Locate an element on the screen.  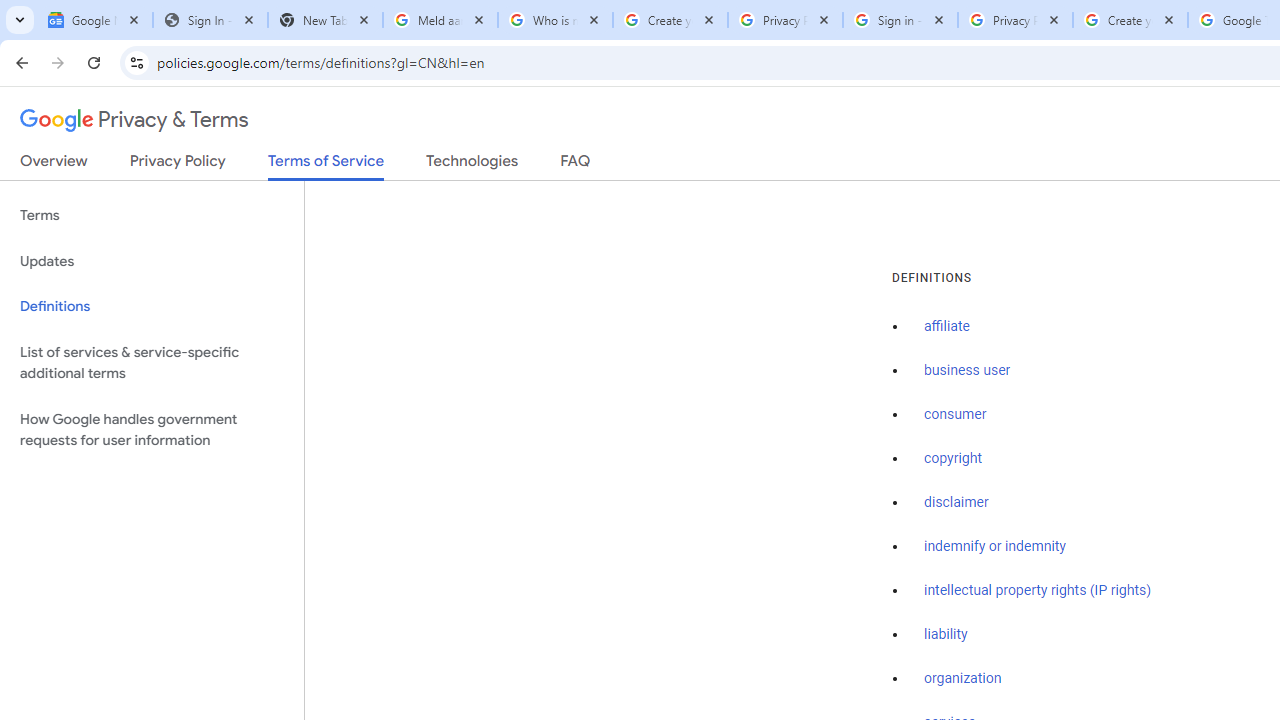
'affiliate' is located at coordinates (946, 326).